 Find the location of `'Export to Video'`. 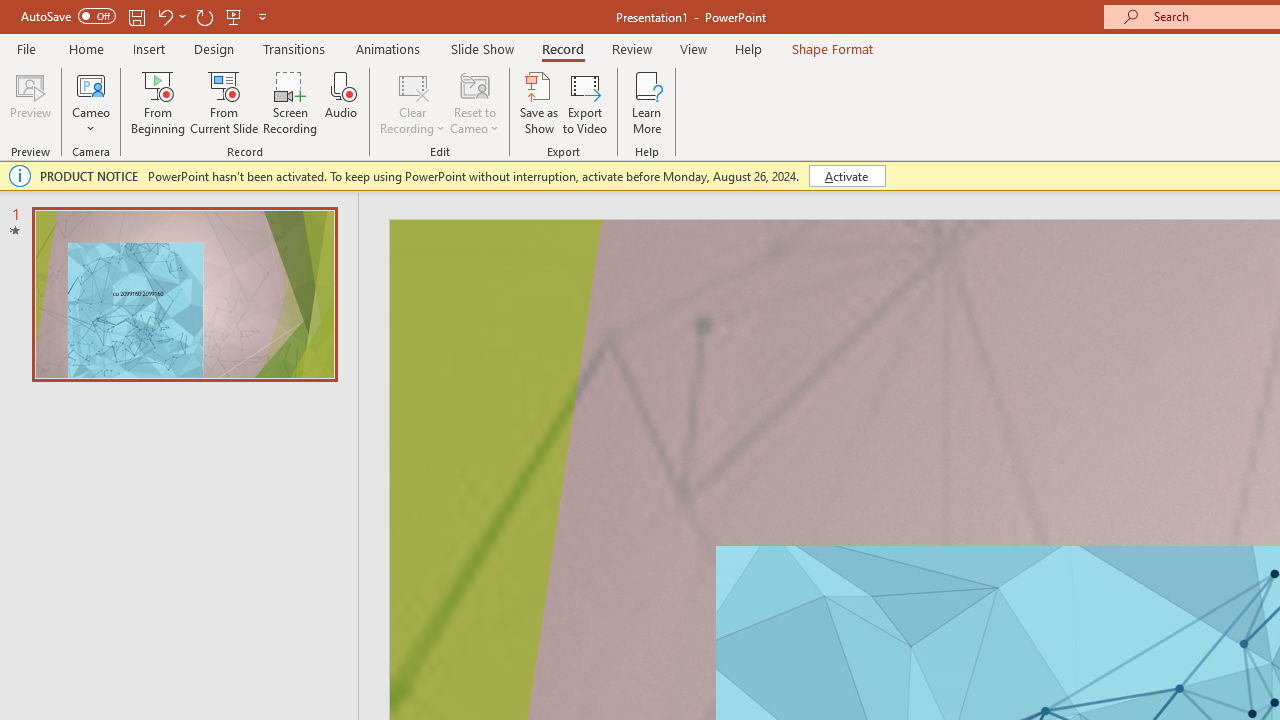

'Export to Video' is located at coordinates (584, 103).